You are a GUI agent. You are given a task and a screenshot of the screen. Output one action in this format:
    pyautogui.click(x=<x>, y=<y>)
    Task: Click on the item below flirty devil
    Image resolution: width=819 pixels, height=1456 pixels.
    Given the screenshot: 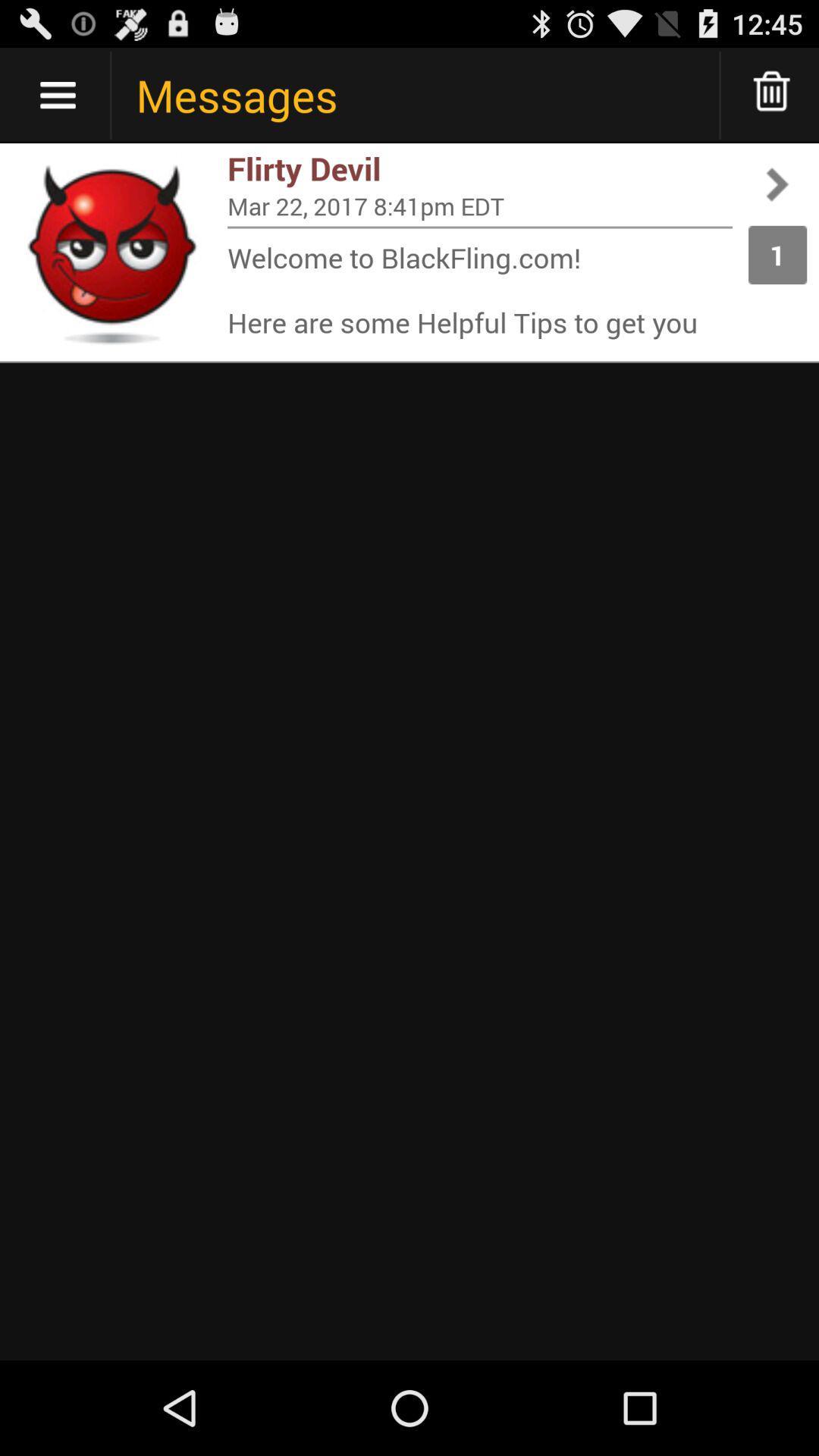 What is the action you would take?
    pyautogui.click(x=479, y=205)
    